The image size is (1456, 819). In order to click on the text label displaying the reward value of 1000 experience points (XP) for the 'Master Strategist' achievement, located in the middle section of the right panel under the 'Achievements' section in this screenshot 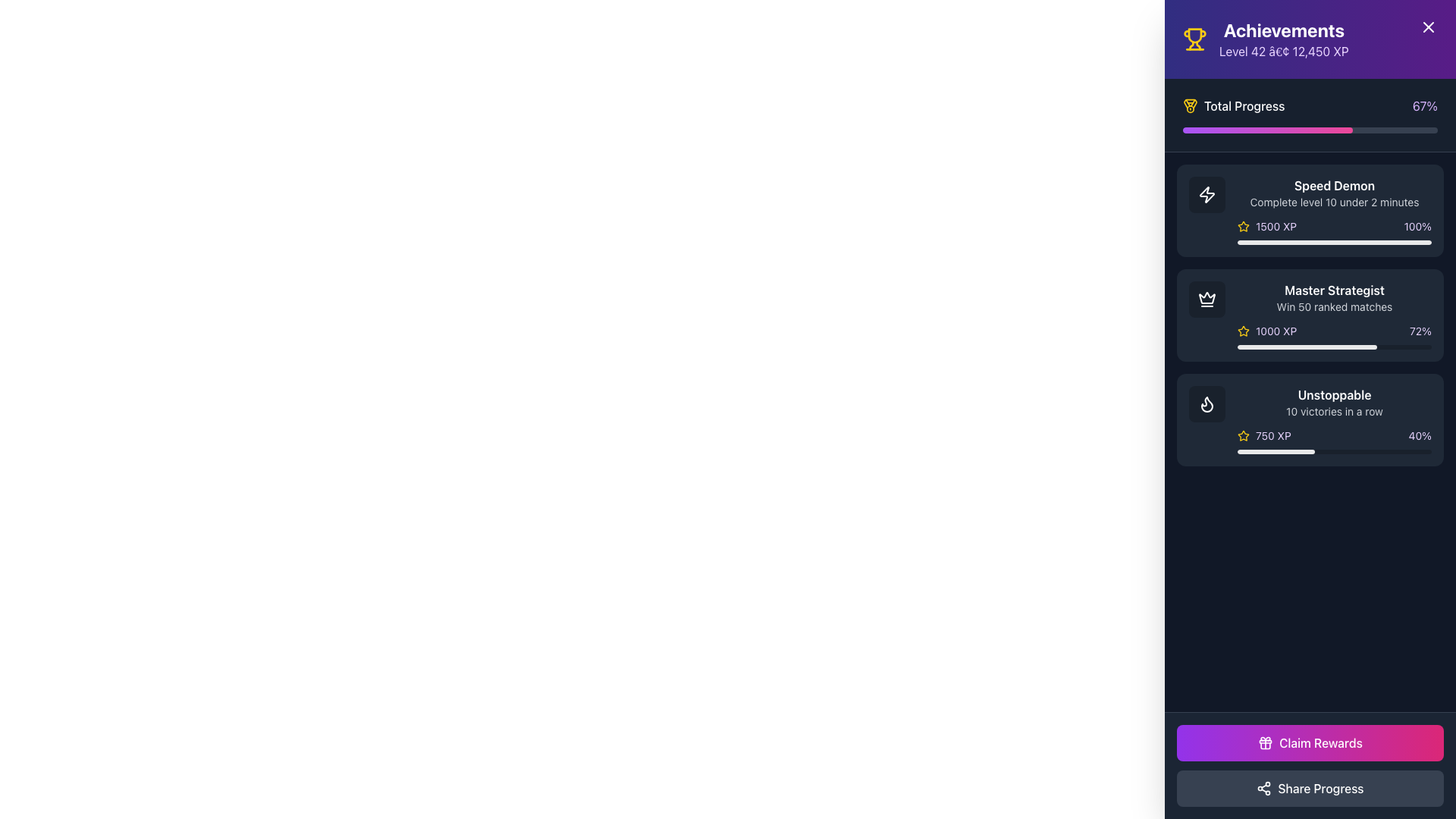, I will do `click(1276, 330)`.